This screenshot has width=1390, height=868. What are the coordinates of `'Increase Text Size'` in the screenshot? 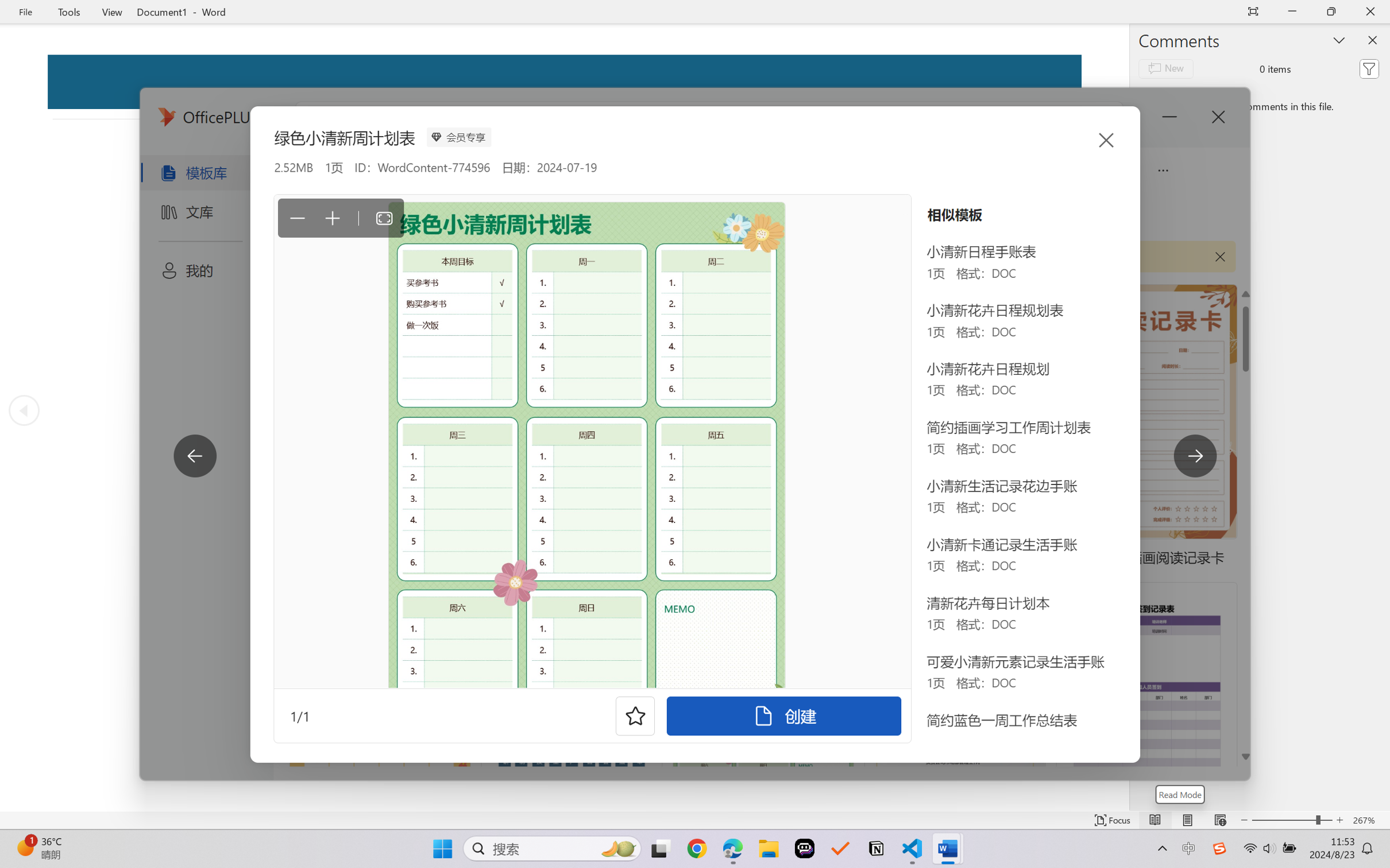 It's located at (1339, 820).